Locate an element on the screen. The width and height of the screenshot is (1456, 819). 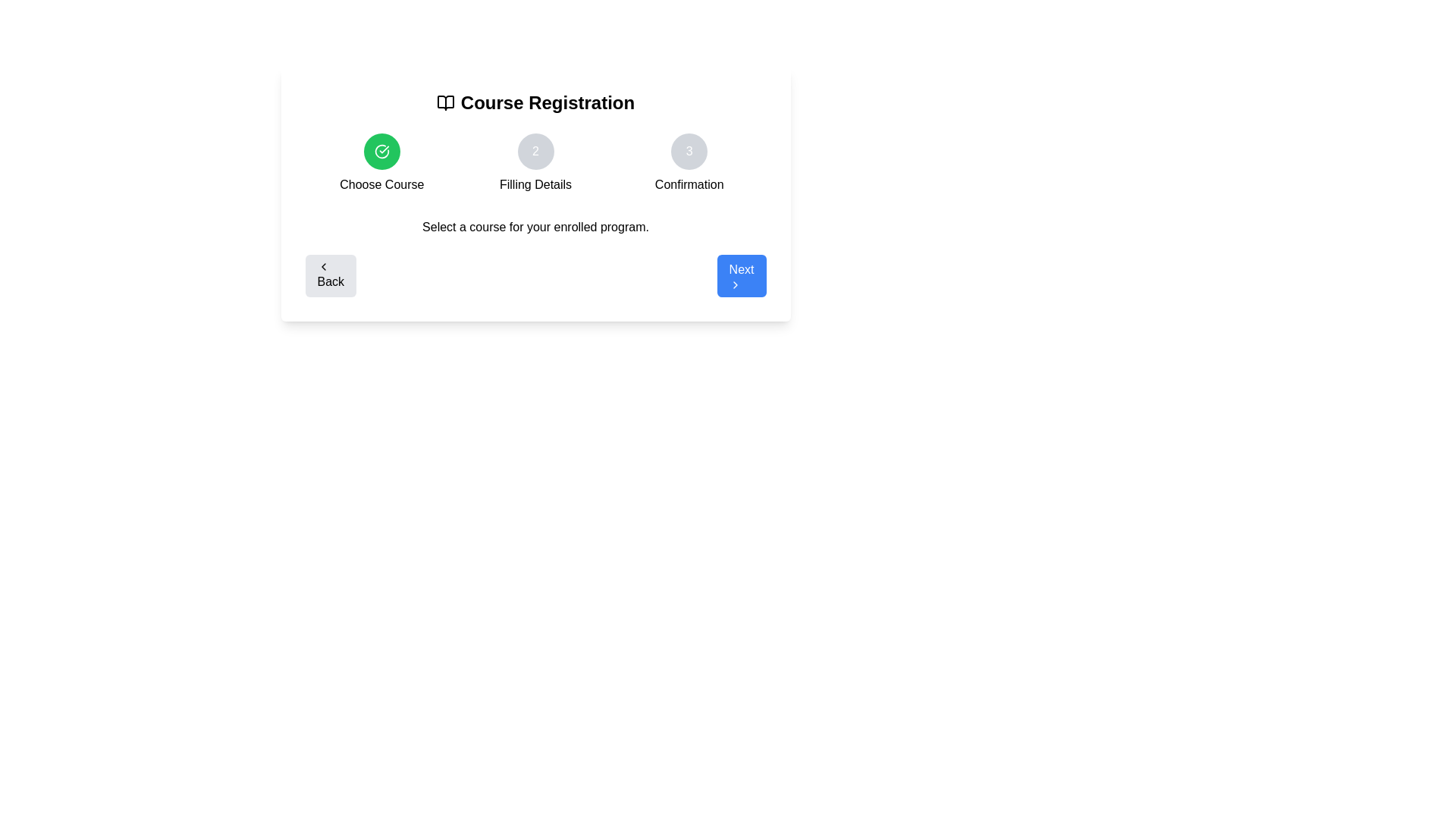
the third step indicator labeled 'Confirmation' in the multi-step process, located on the far right of the sequence is located at coordinates (689, 164).